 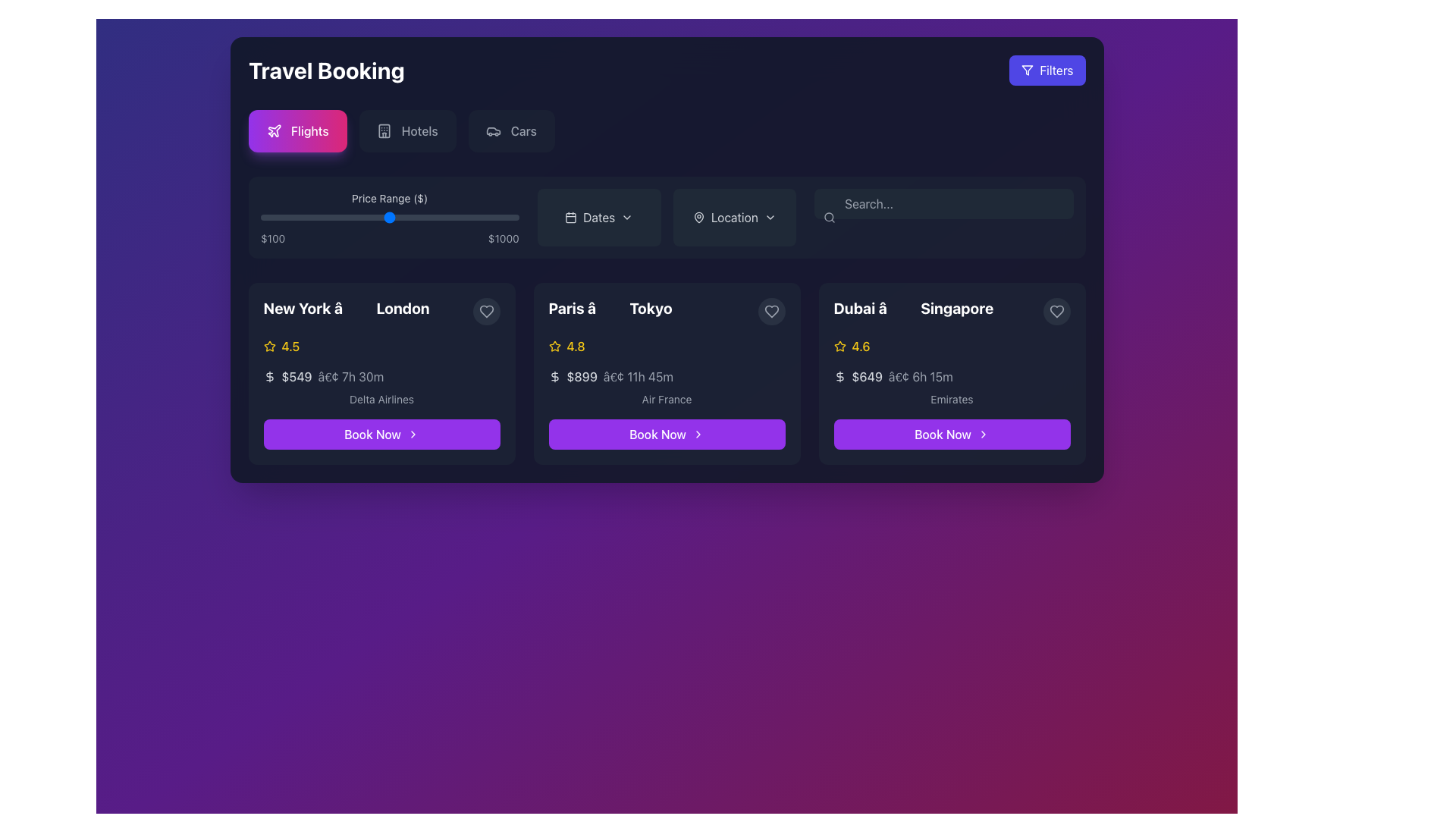 What do you see at coordinates (297, 376) in the screenshot?
I see `the text label displaying the cost of the travel option in the first travel option card, located at the top left of the details section, positioned between the dollar symbol and the duration indicator` at bounding box center [297, 376].